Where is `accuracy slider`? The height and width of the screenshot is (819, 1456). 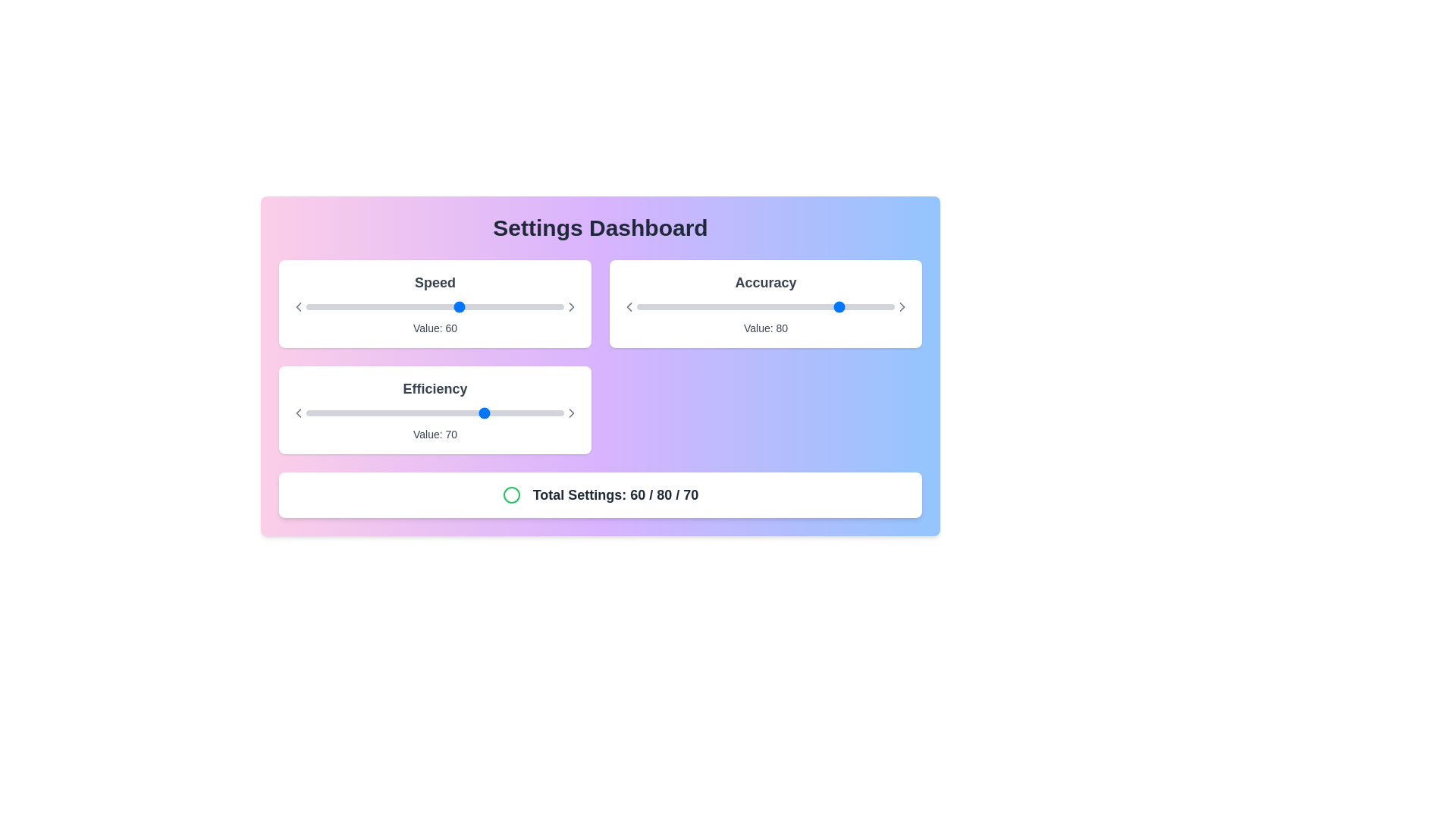 accuracy slider is located at coordinates (735, 307).